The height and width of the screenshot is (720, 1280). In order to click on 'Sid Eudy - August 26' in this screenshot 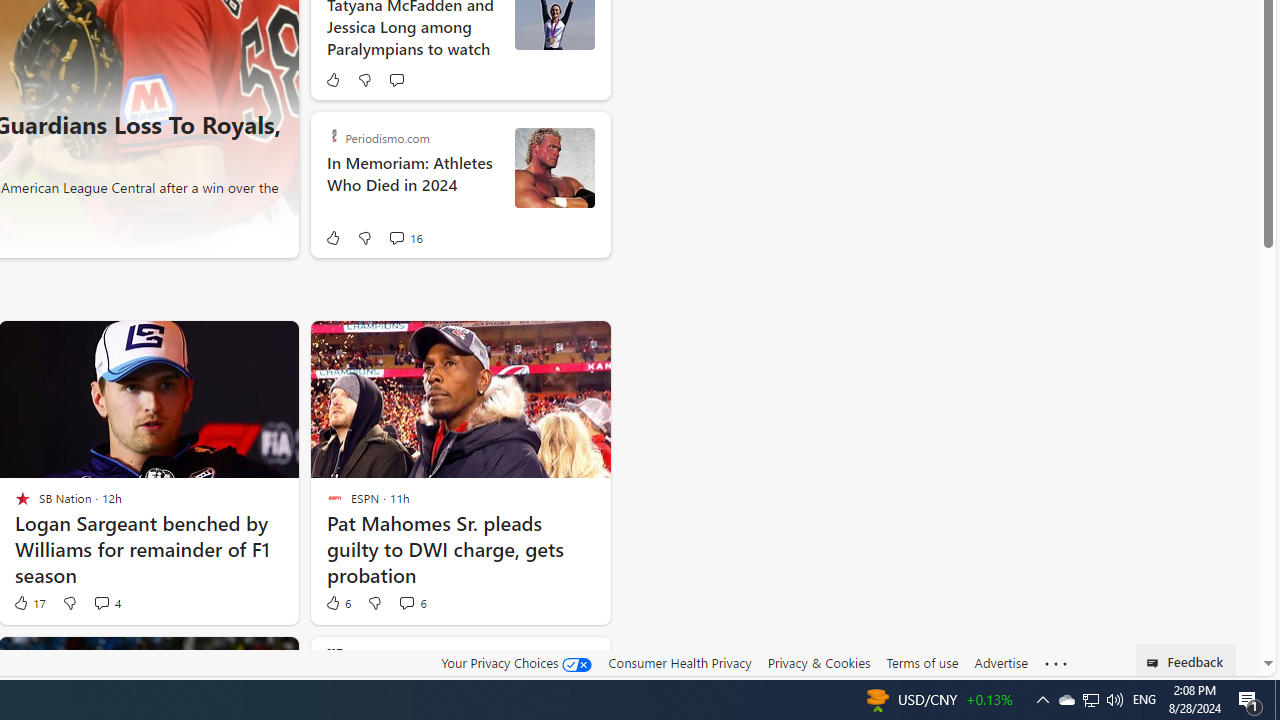, I will do `click(554, 167)`.